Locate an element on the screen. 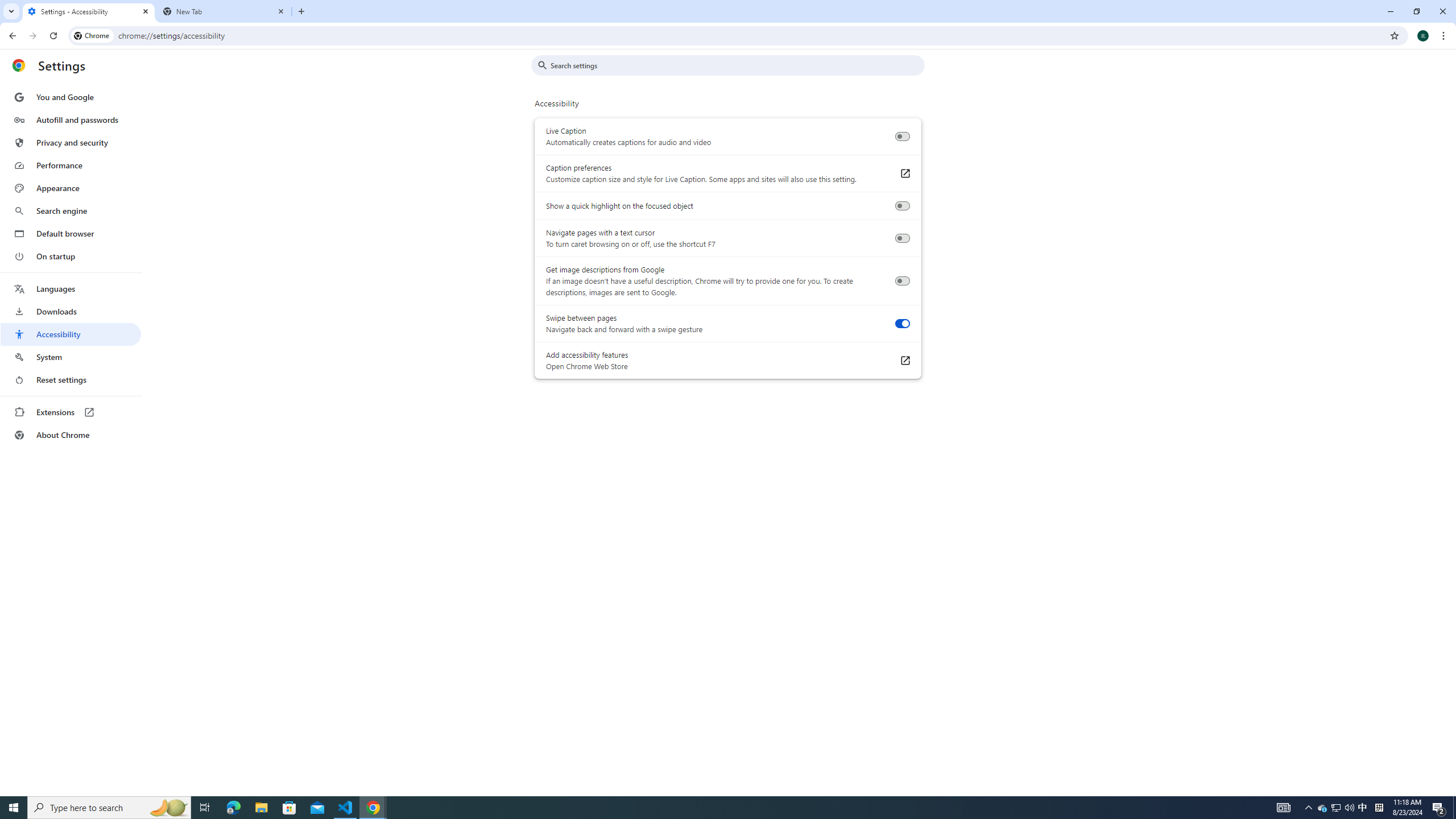 This screenshot has width=1456, height=819. 'Swipe between pages' is located at coordinates (901, 323).